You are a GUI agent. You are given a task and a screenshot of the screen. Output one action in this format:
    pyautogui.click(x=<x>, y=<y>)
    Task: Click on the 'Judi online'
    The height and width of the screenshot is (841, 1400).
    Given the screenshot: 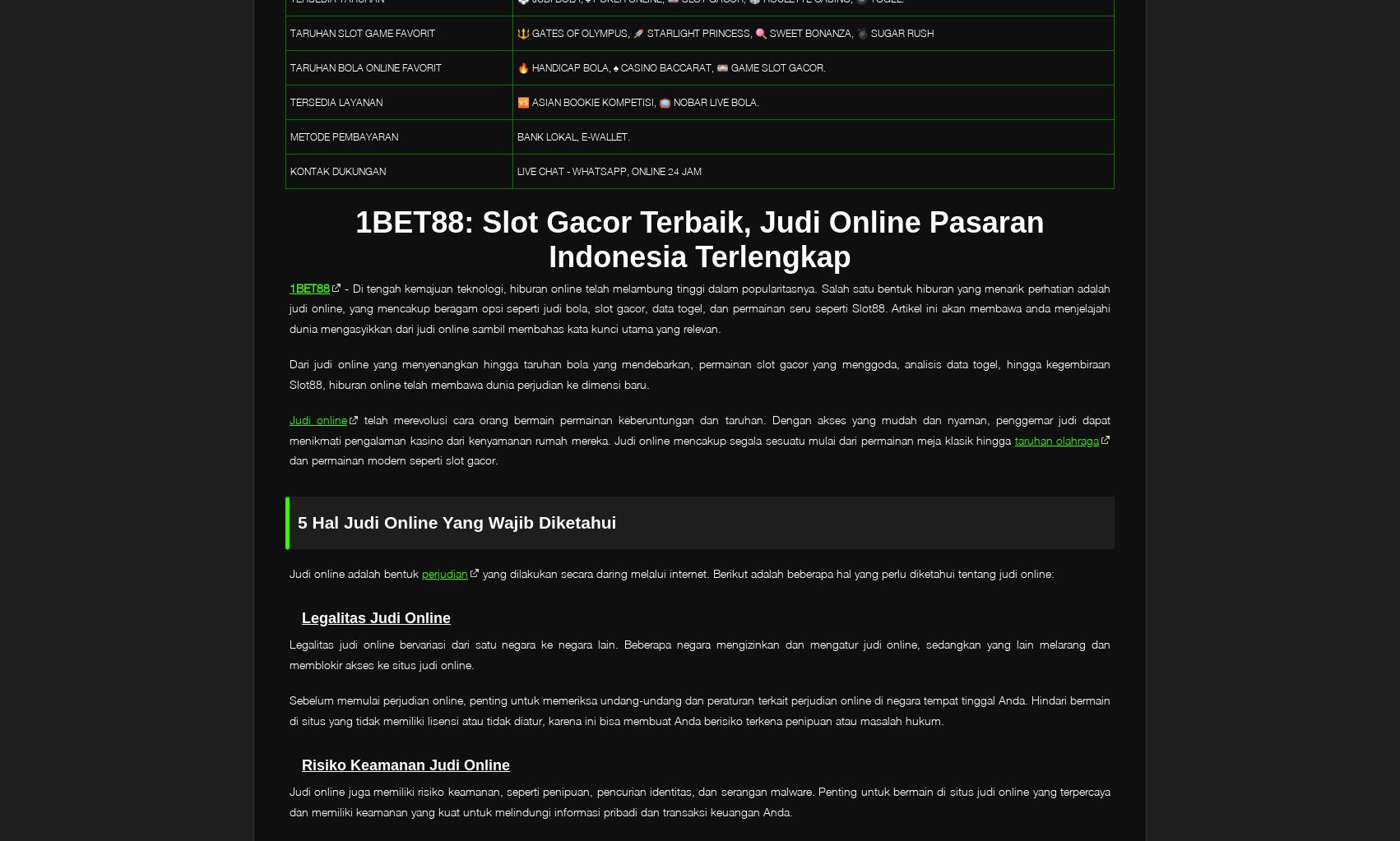 What is the action you would take?
    pyautogui.click(x=289, y=419)
    